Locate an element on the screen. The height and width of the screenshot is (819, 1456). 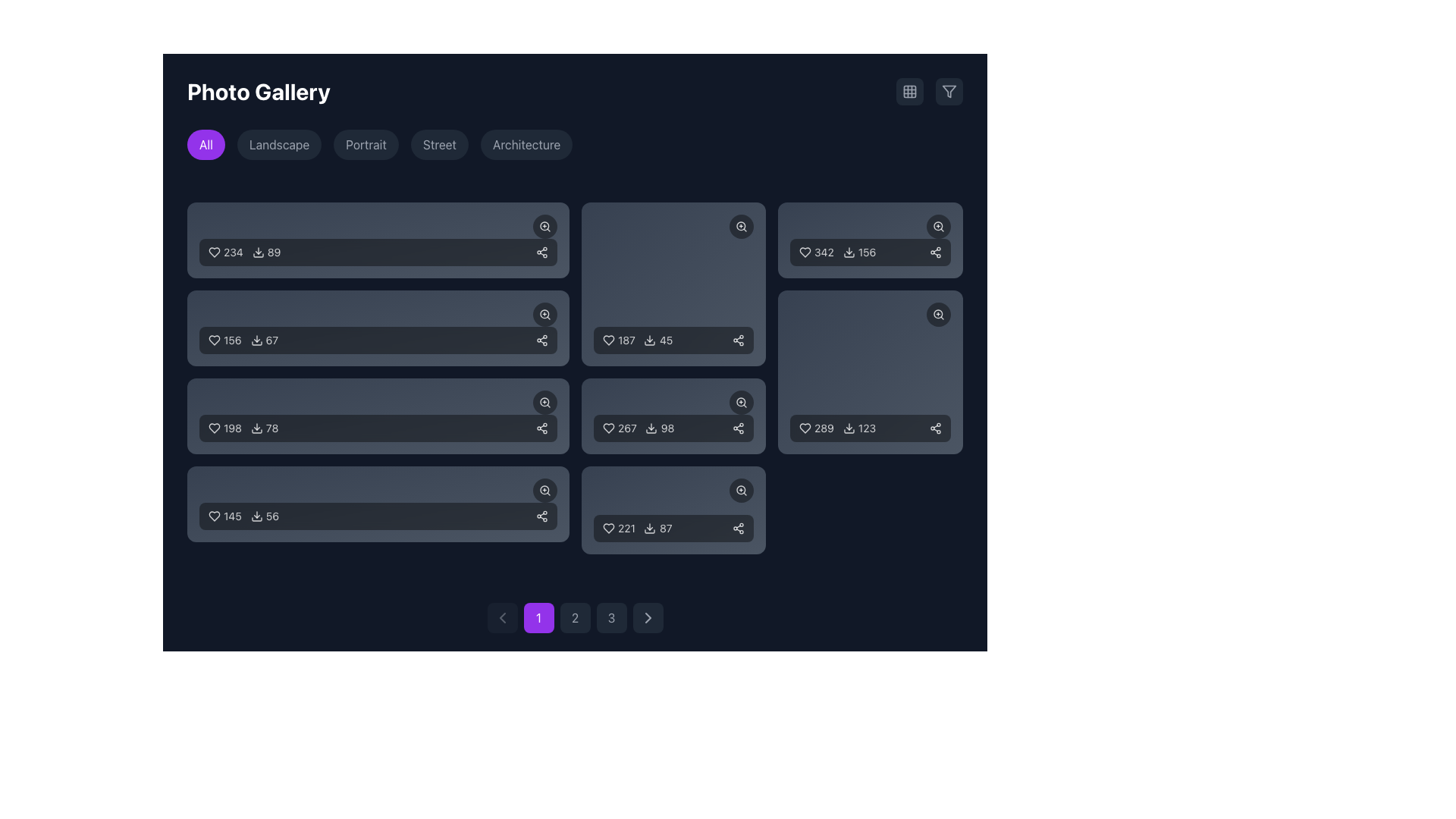
the zoom or view button located at the top-right corner of the statistics card to change its appearance is located at coordinates (938, 227).